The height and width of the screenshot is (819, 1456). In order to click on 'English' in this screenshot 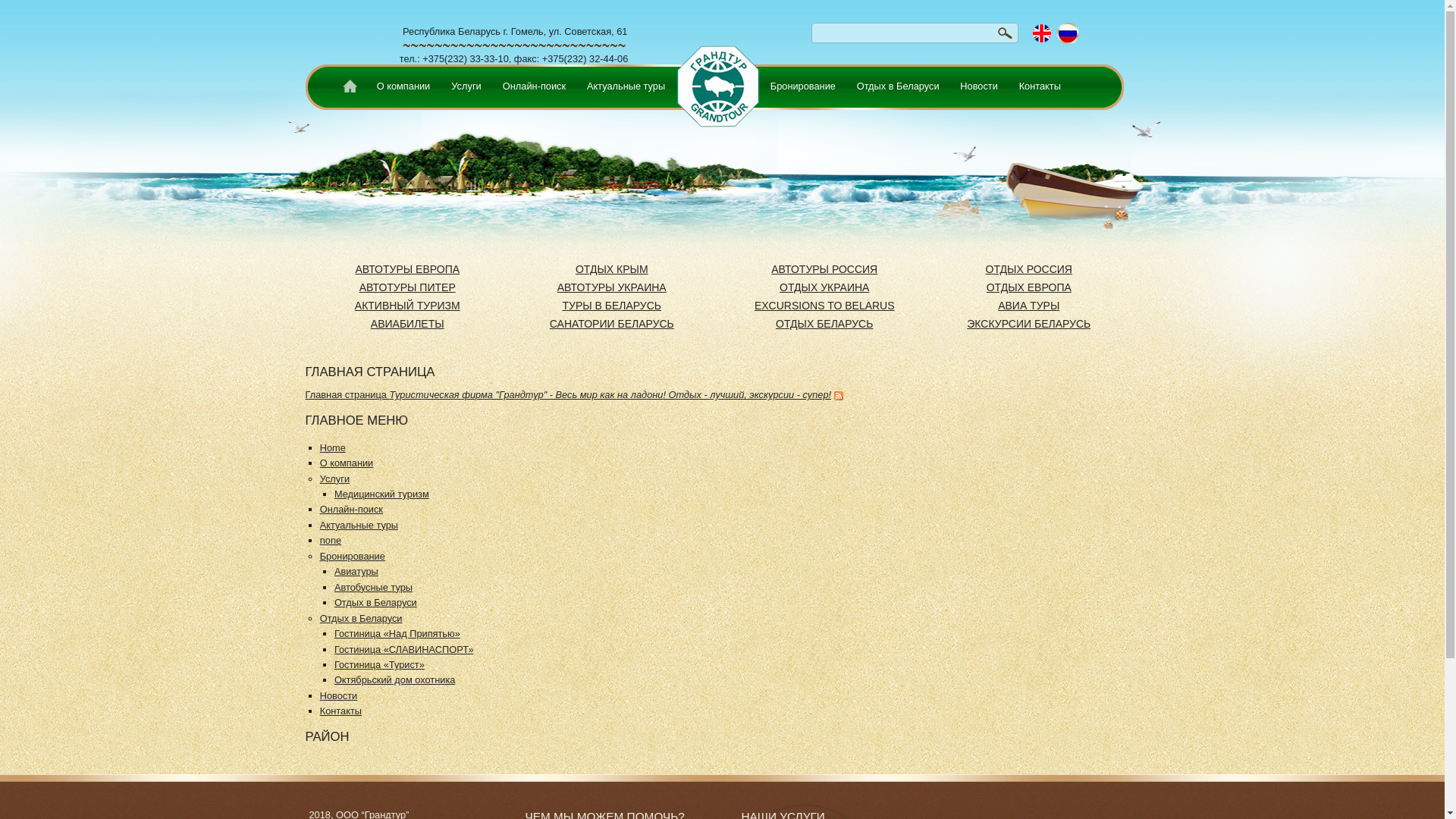, I will do `click(1041, 33)`.